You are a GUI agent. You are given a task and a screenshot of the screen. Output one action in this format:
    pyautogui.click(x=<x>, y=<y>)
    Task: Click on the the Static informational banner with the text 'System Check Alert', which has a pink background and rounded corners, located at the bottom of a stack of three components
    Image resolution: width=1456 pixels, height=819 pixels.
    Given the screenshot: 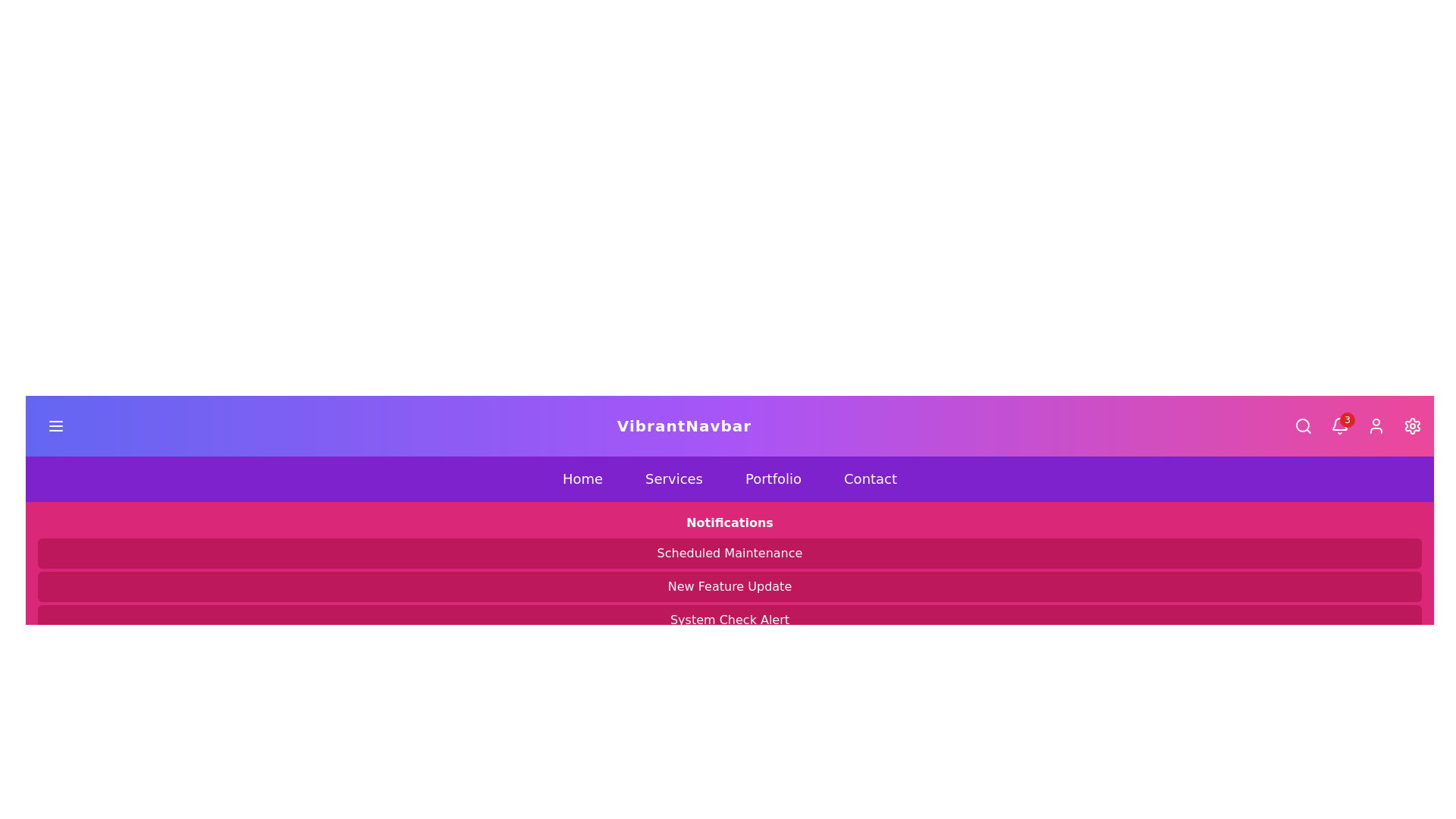 What is the action you would take?
    pyautogui.click(x=730, y=620)
    